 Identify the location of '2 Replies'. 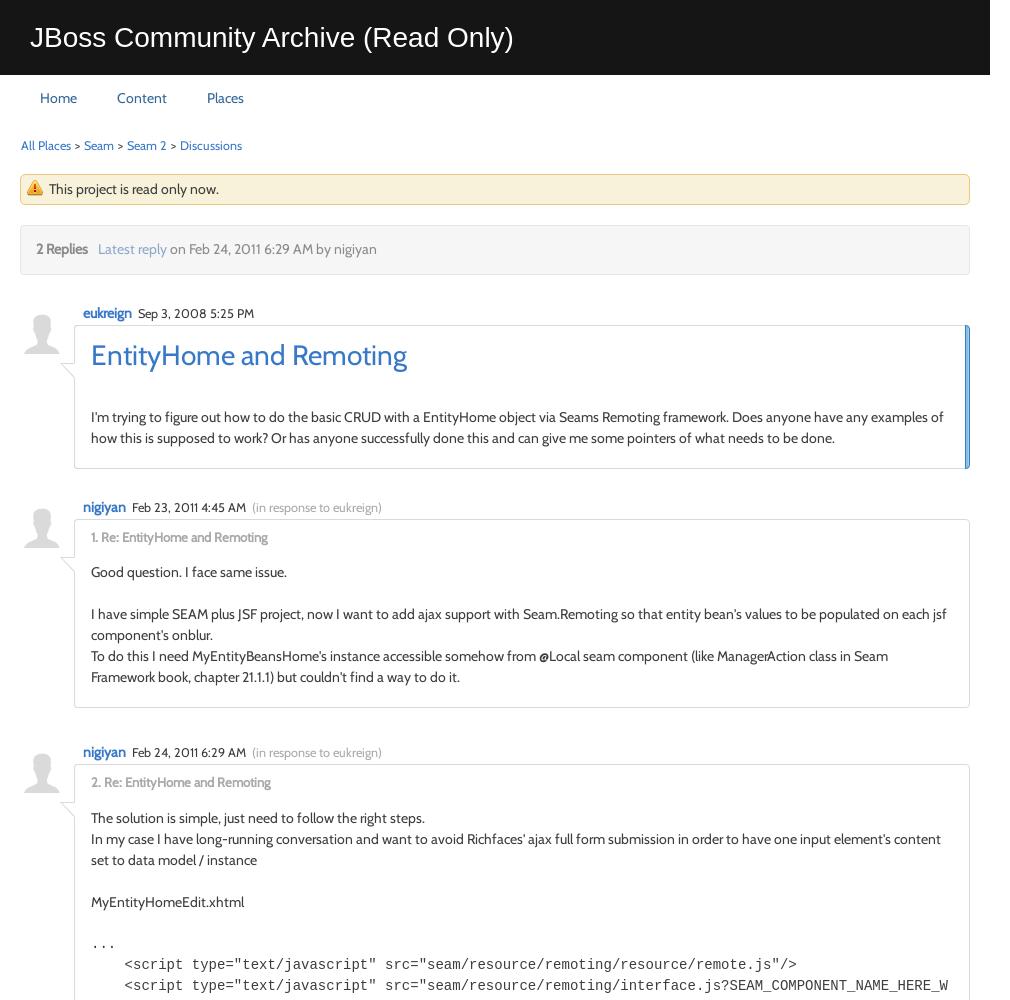
(61, 248).